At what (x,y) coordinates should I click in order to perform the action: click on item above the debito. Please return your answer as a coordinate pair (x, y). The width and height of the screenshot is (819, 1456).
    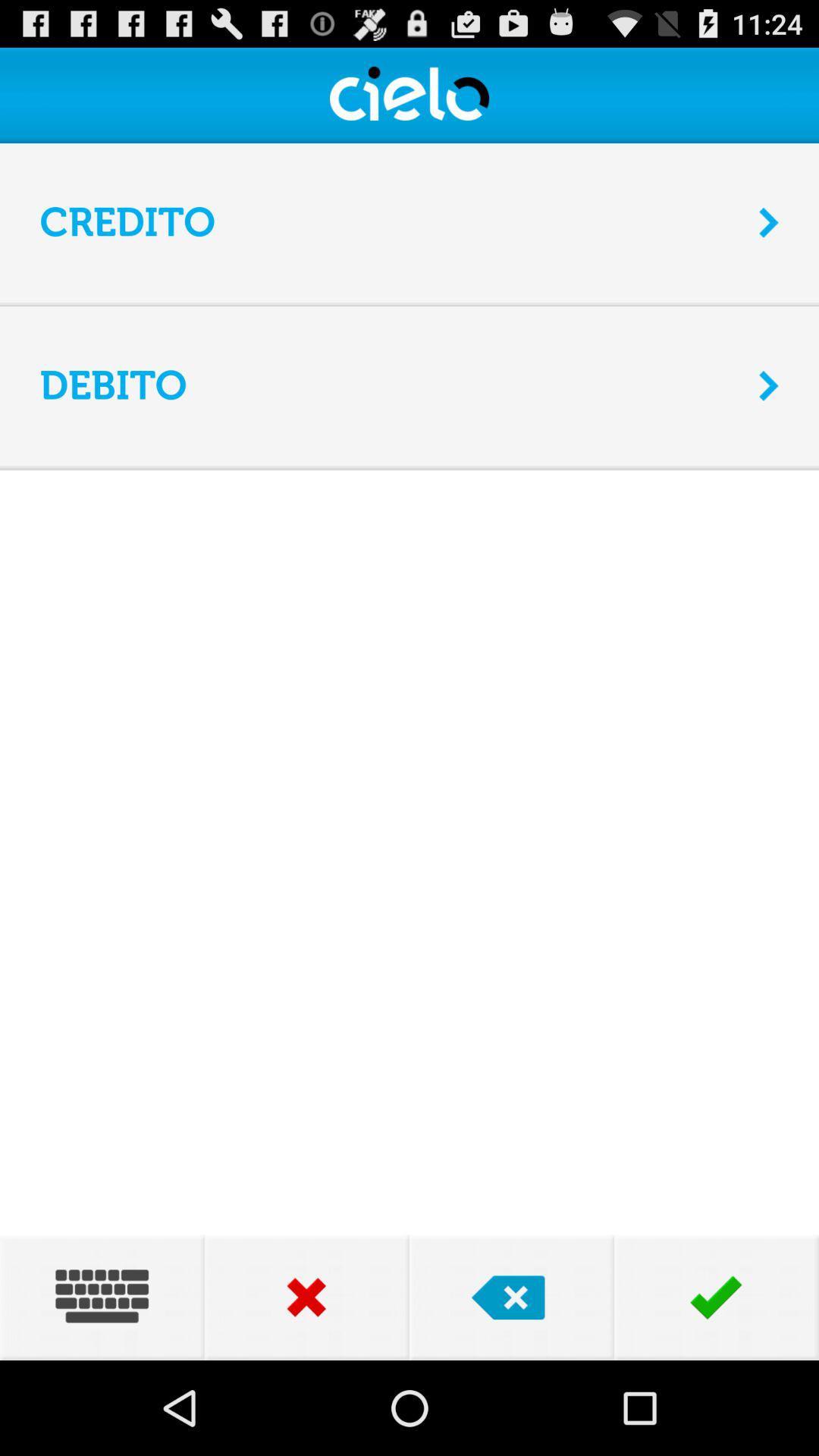
    Looking at the image, I should click on (409, 305).